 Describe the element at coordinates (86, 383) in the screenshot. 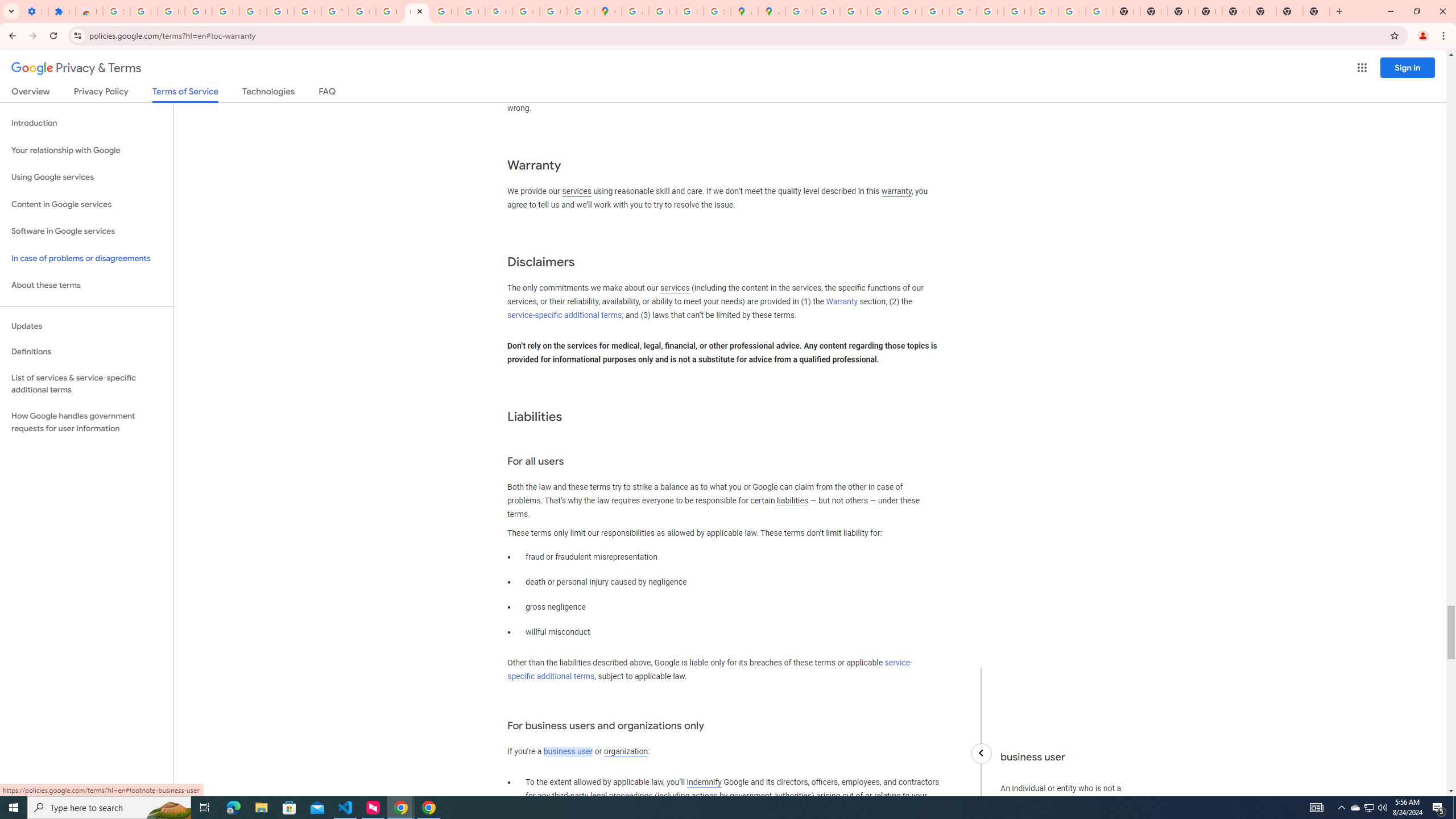

I see `'List of services & service-specific additional terms'` at that location.